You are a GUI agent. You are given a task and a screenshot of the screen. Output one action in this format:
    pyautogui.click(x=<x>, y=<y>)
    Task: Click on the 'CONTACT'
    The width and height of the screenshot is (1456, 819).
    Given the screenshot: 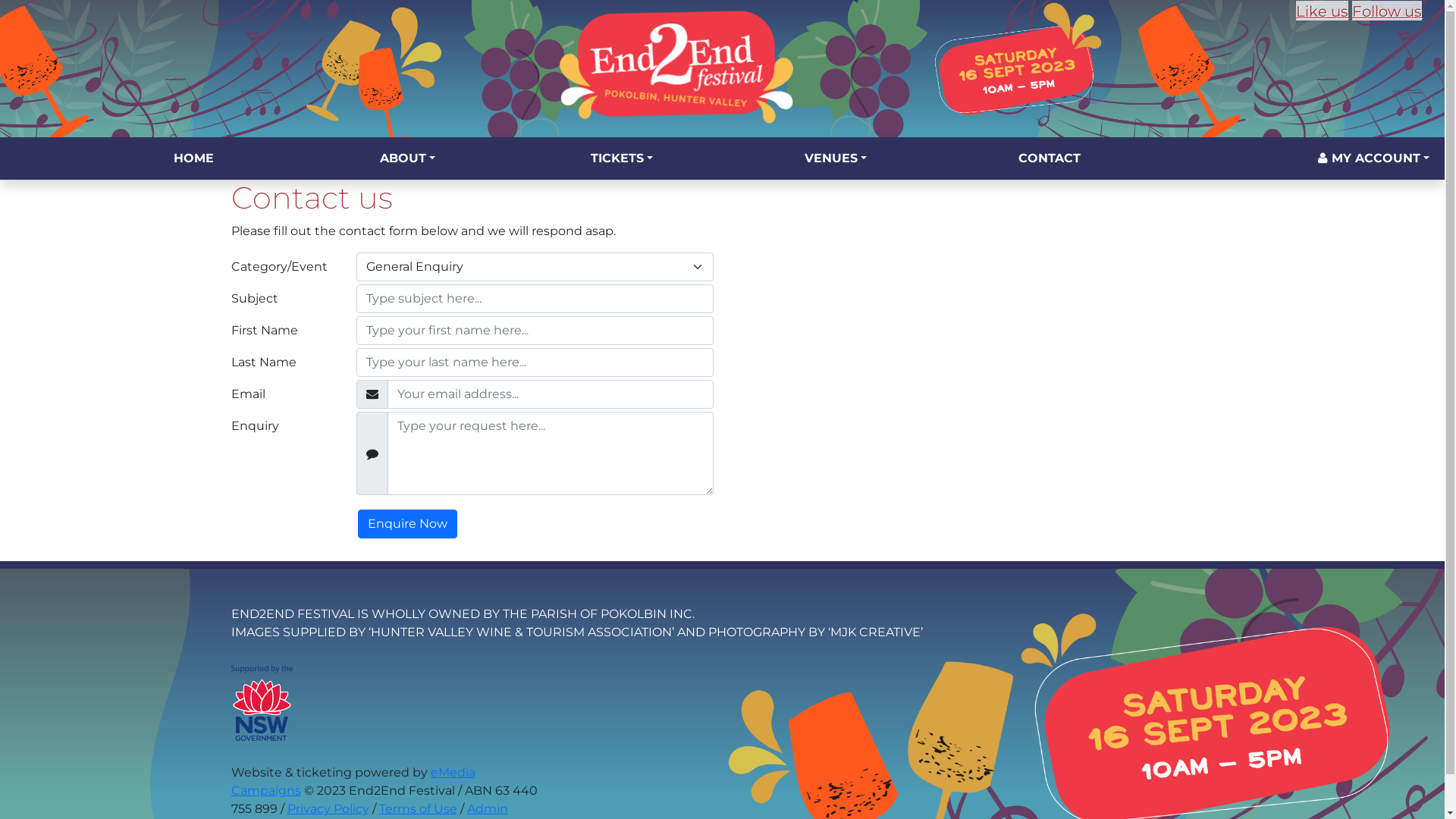 What is the action you would take?
    pyautogui.click(x=1048, y=158)
    